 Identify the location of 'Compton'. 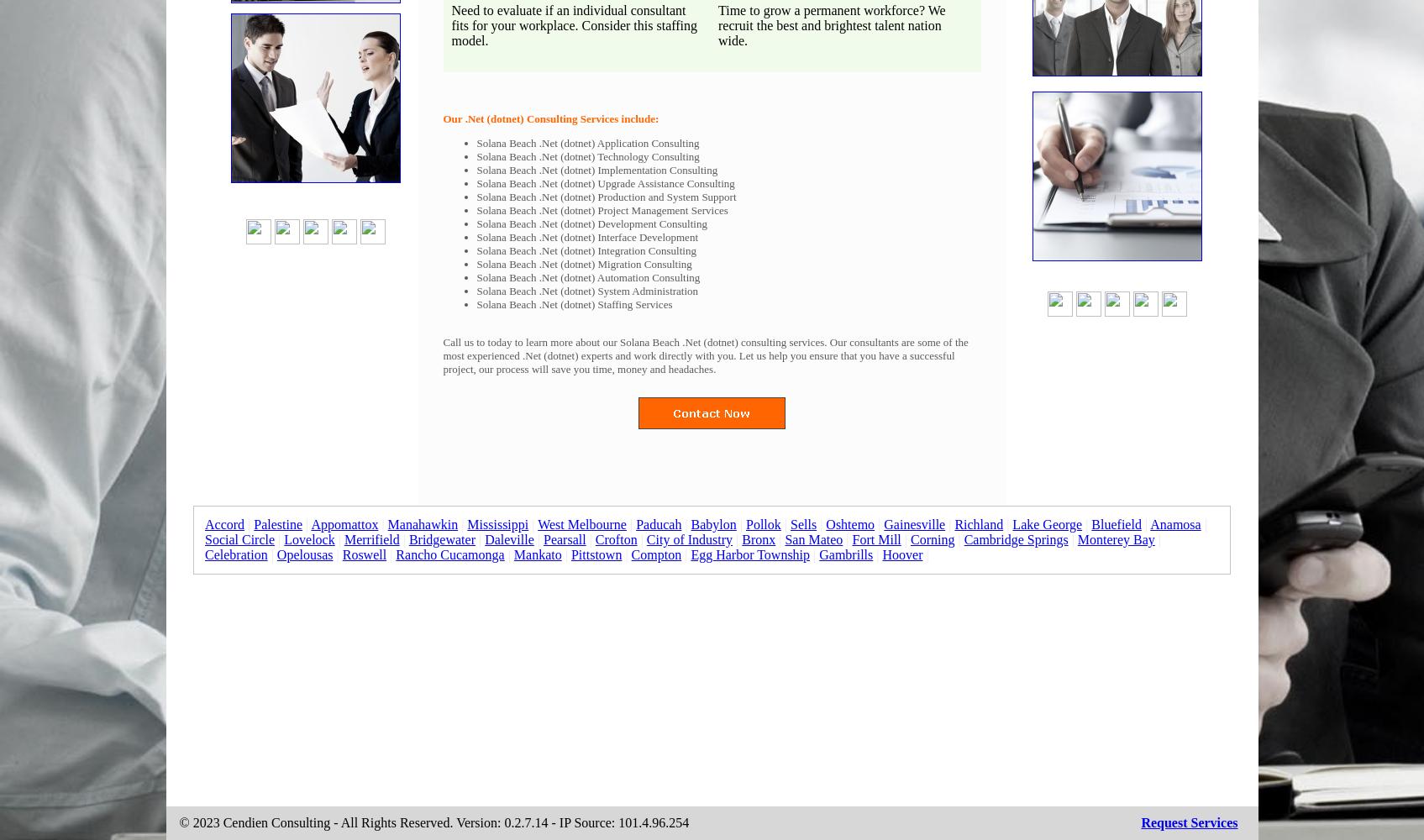
(655, 554).